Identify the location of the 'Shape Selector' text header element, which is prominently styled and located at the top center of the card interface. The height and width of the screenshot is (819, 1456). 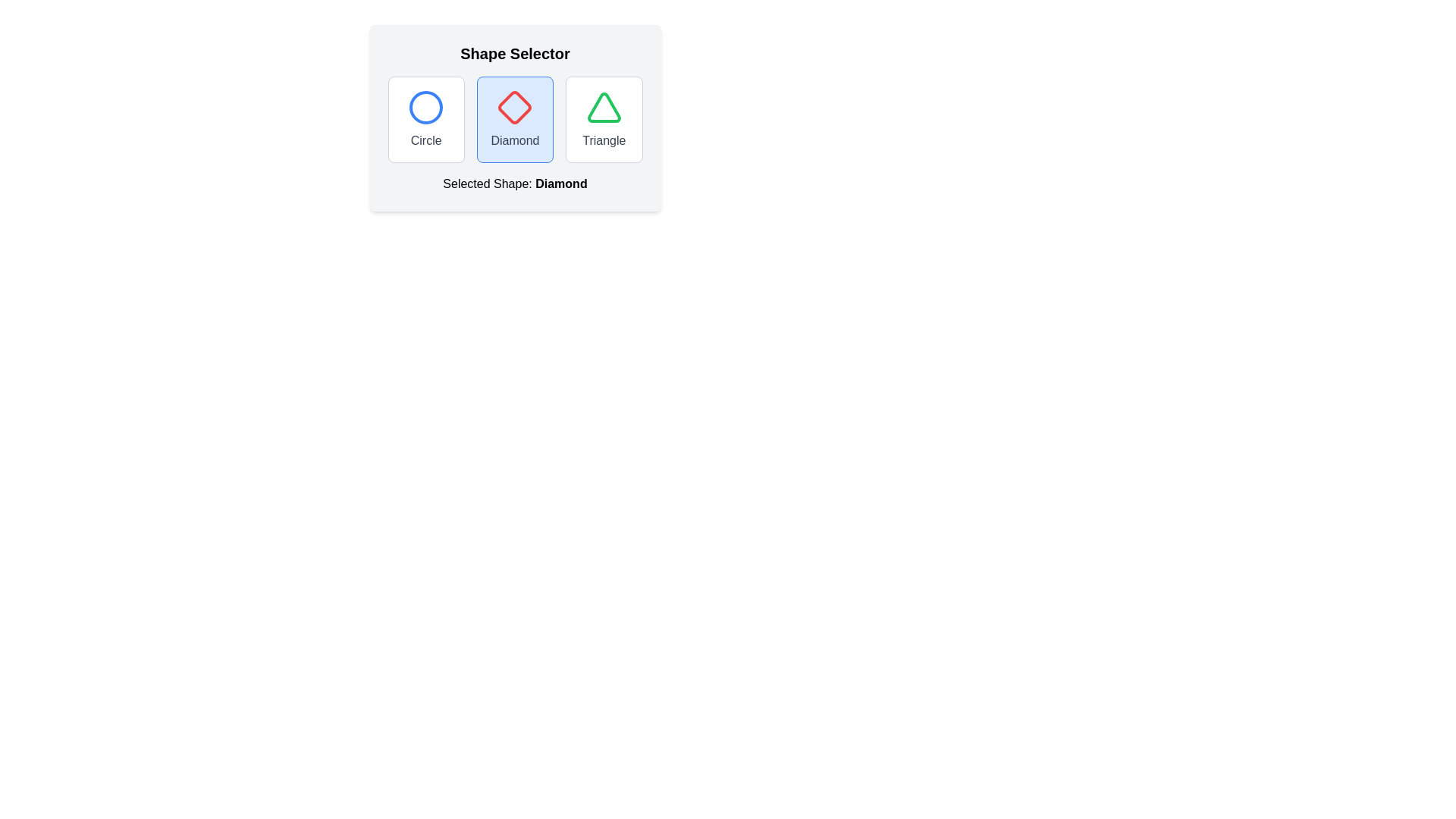
(515, 52).